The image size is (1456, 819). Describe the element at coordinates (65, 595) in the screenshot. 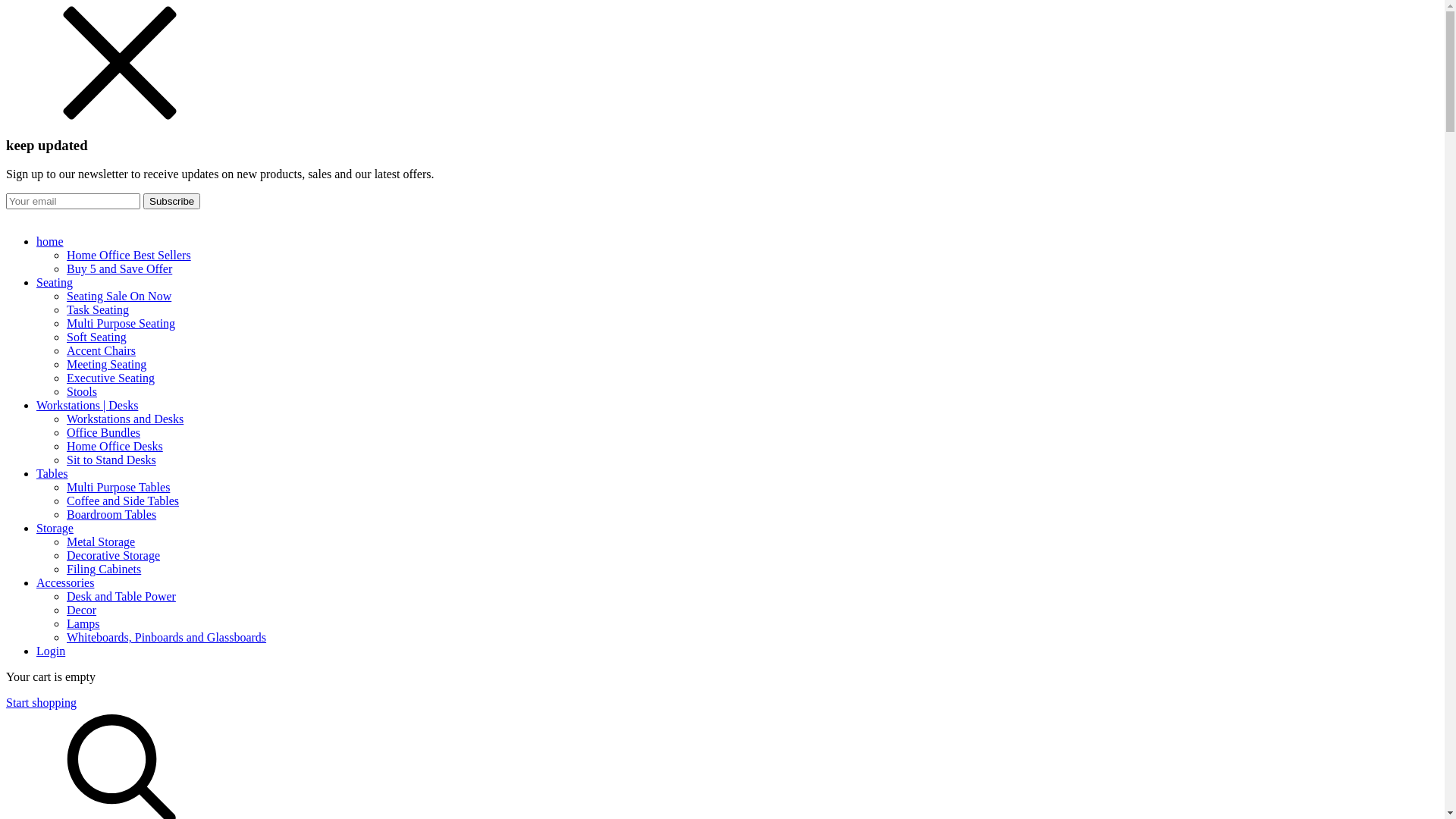

I see `'Desk and Table Power'` at that location.